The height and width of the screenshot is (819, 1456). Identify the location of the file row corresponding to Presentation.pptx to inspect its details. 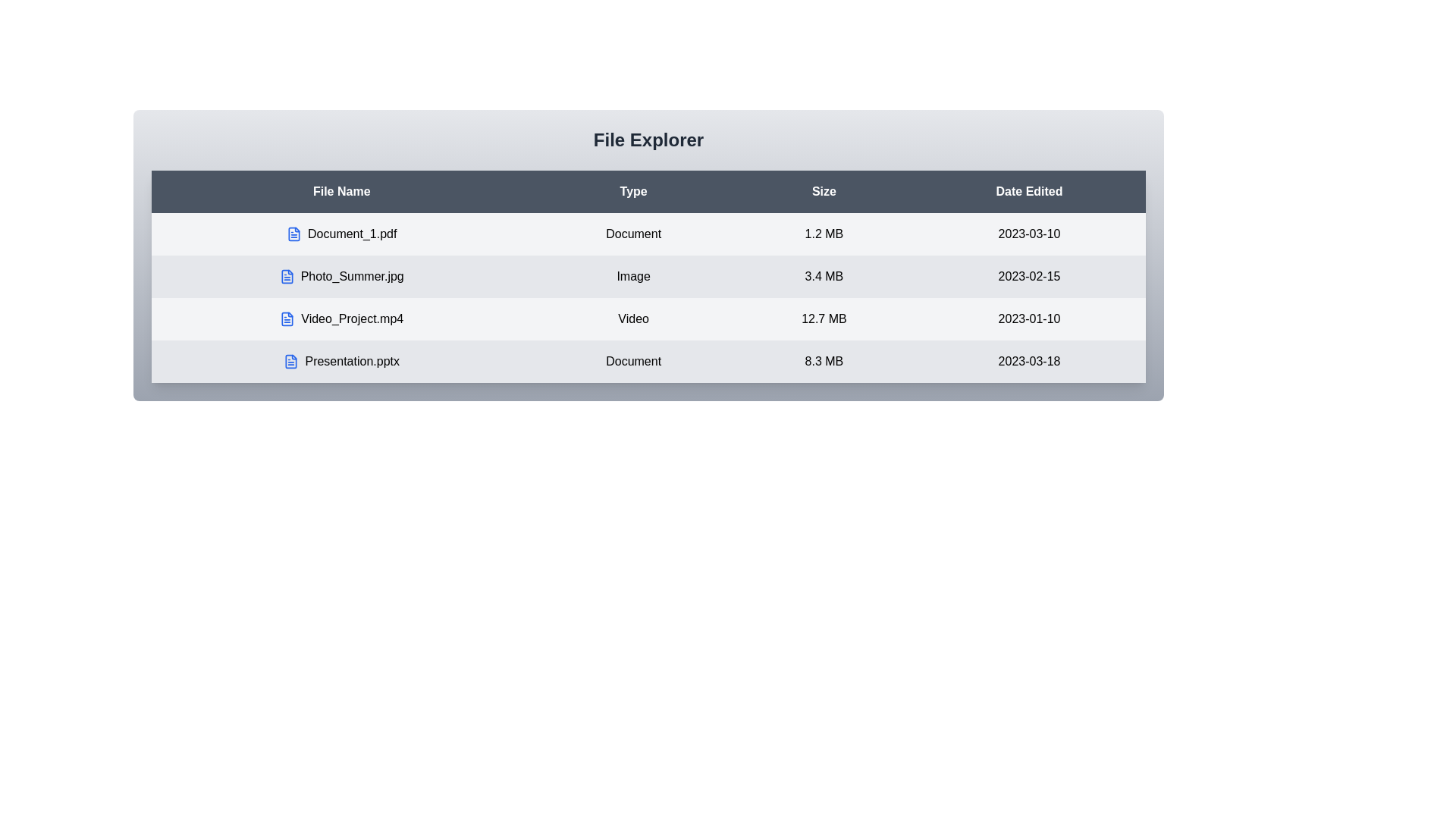
(340, 362).